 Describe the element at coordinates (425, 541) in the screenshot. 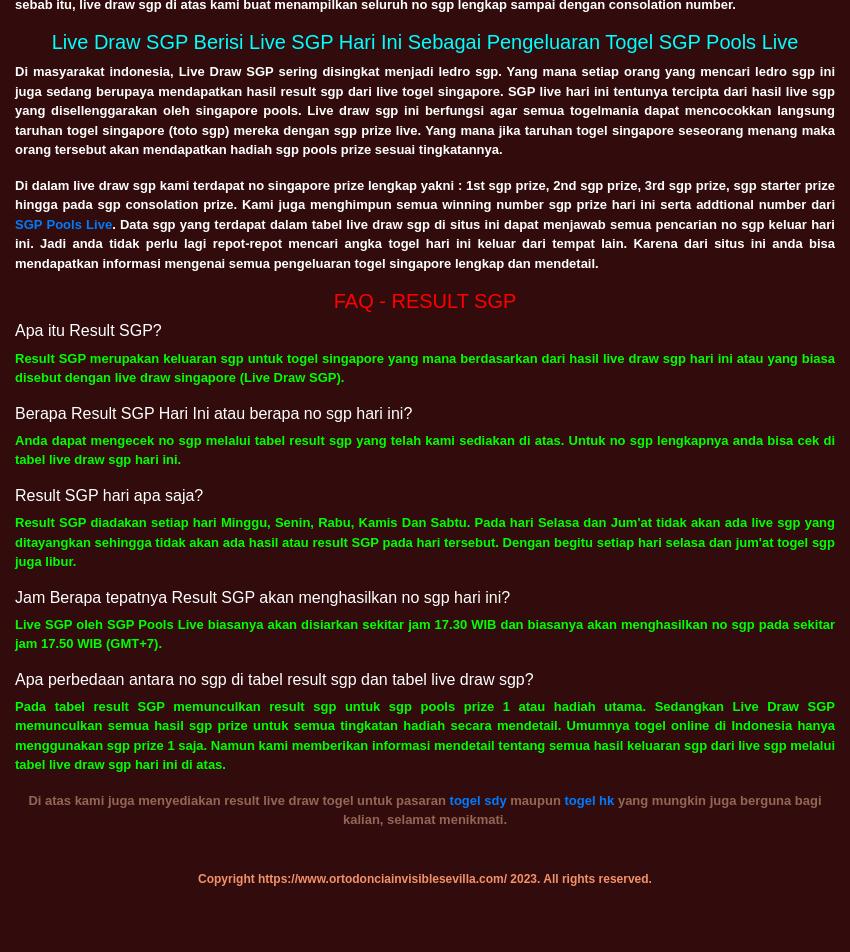

I see `'Result SGP diadakan setiap hari Minggu, Senin, Rabu, Kamis Dan Sabtu. Pada hari Selasa dan Jum'at tidak akan ada live sgp yang ditayangkan sehingga tidak akan ada hasil atau result SGP pada hari tersebut. Dengan begitu setiap hari selasa dan jum'at togel sgp juga libur.'` at that location.